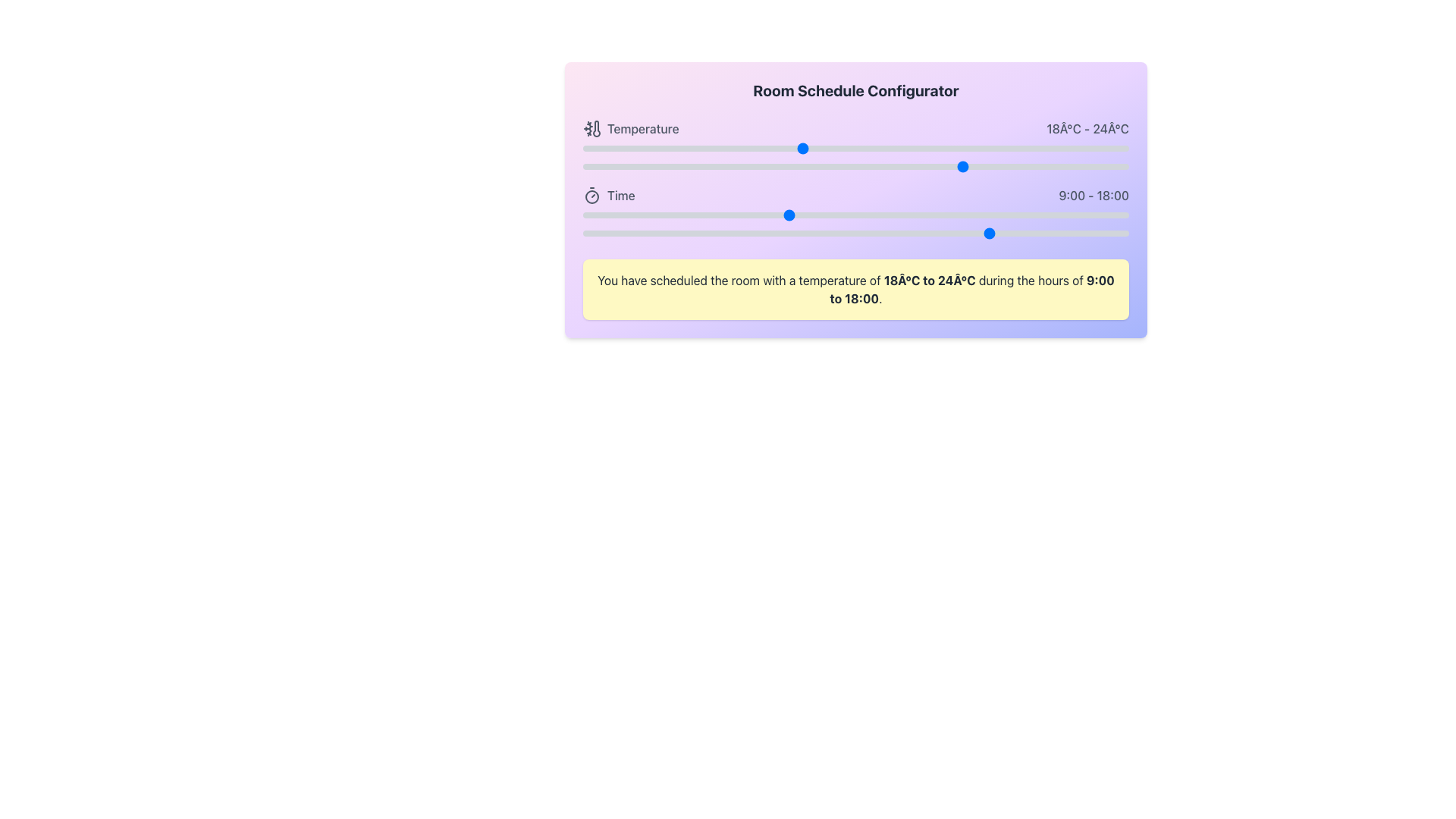  Describe the element at coordinates (1059, 234) in the screenshot. I see `the time` at that location.